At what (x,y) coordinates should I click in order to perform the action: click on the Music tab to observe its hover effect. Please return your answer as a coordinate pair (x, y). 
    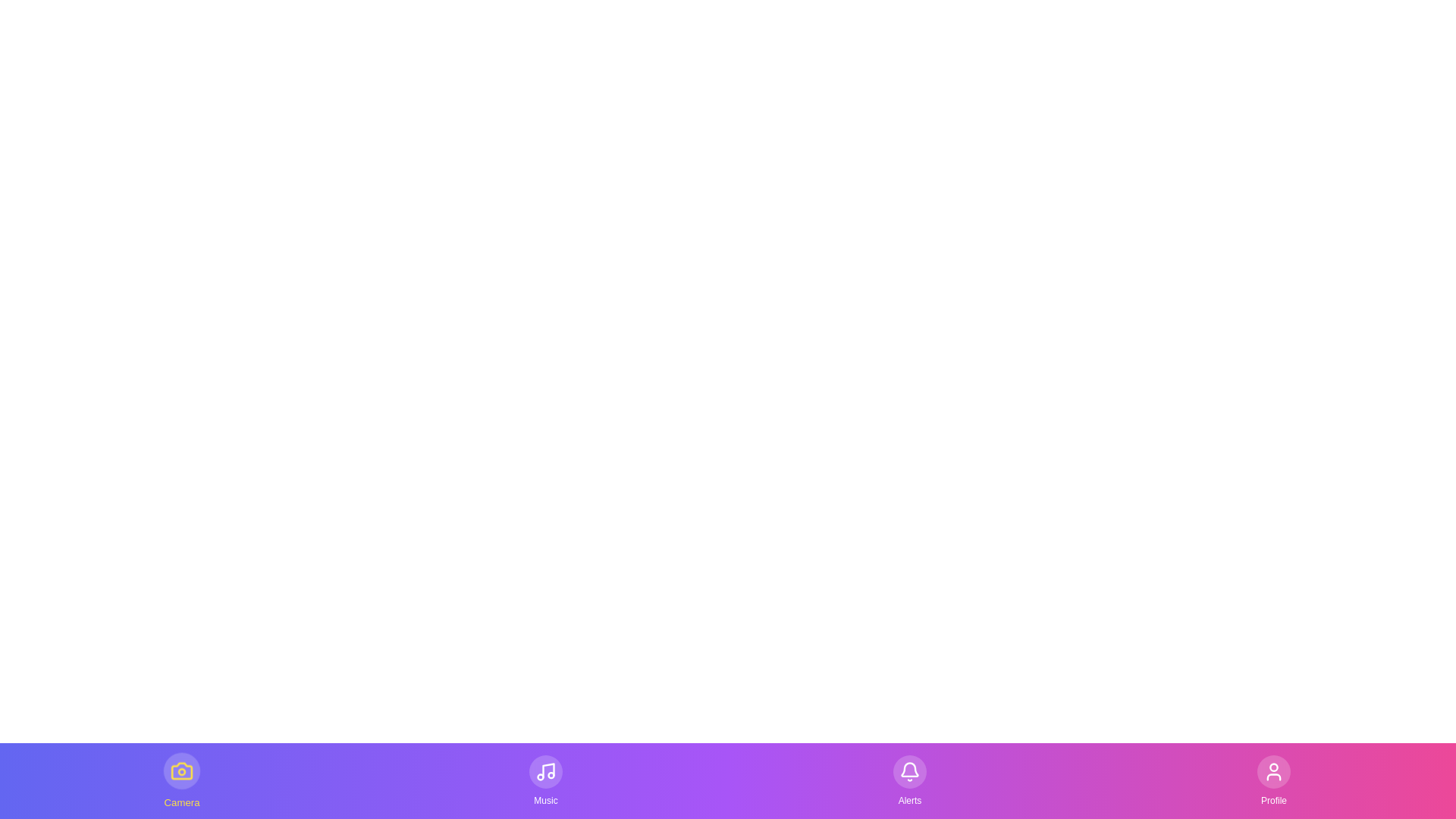
    Looking at the image, I should click on (546, 780).